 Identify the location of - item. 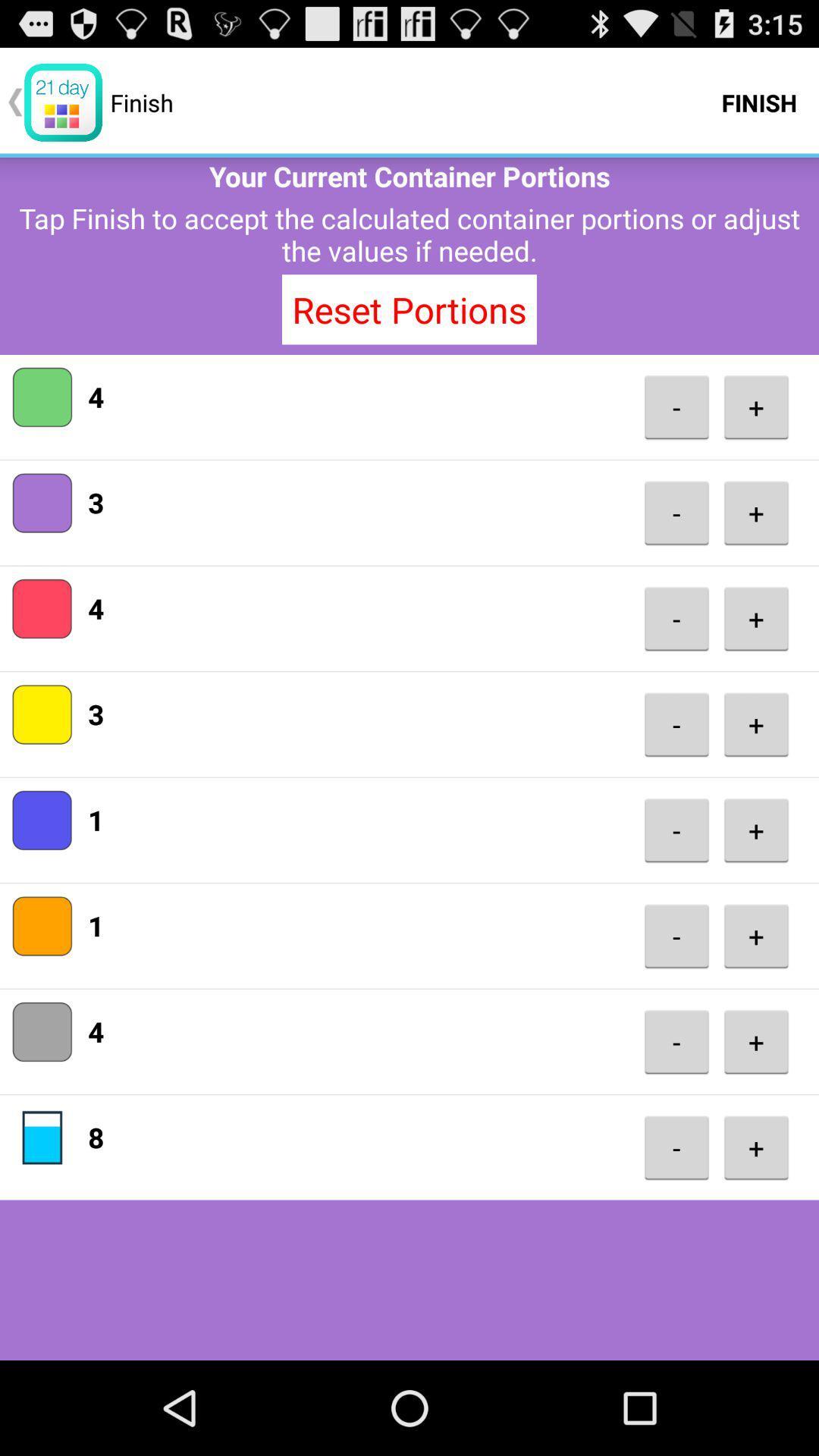
(676, 1147).